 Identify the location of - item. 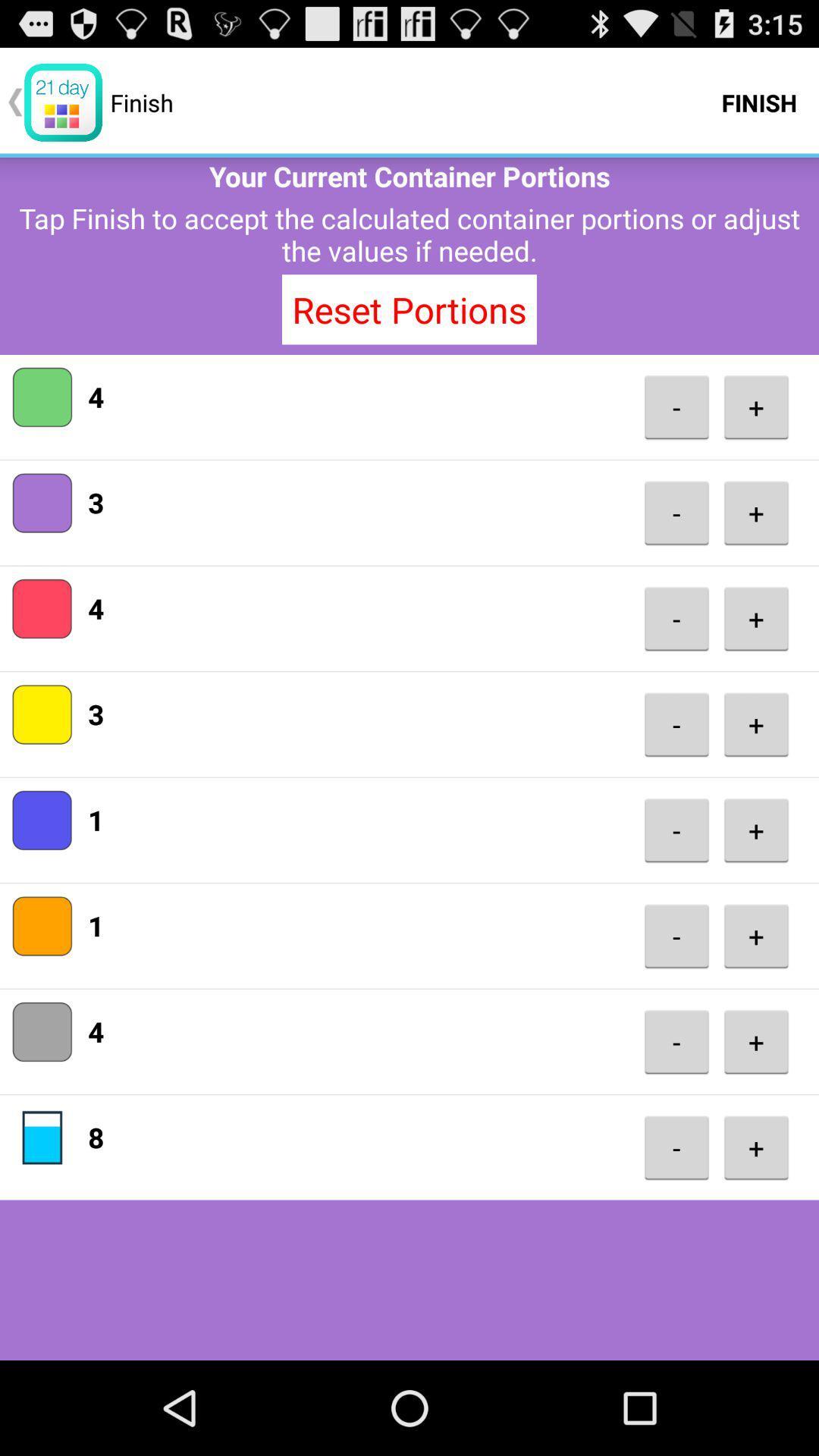
(676, 1147).